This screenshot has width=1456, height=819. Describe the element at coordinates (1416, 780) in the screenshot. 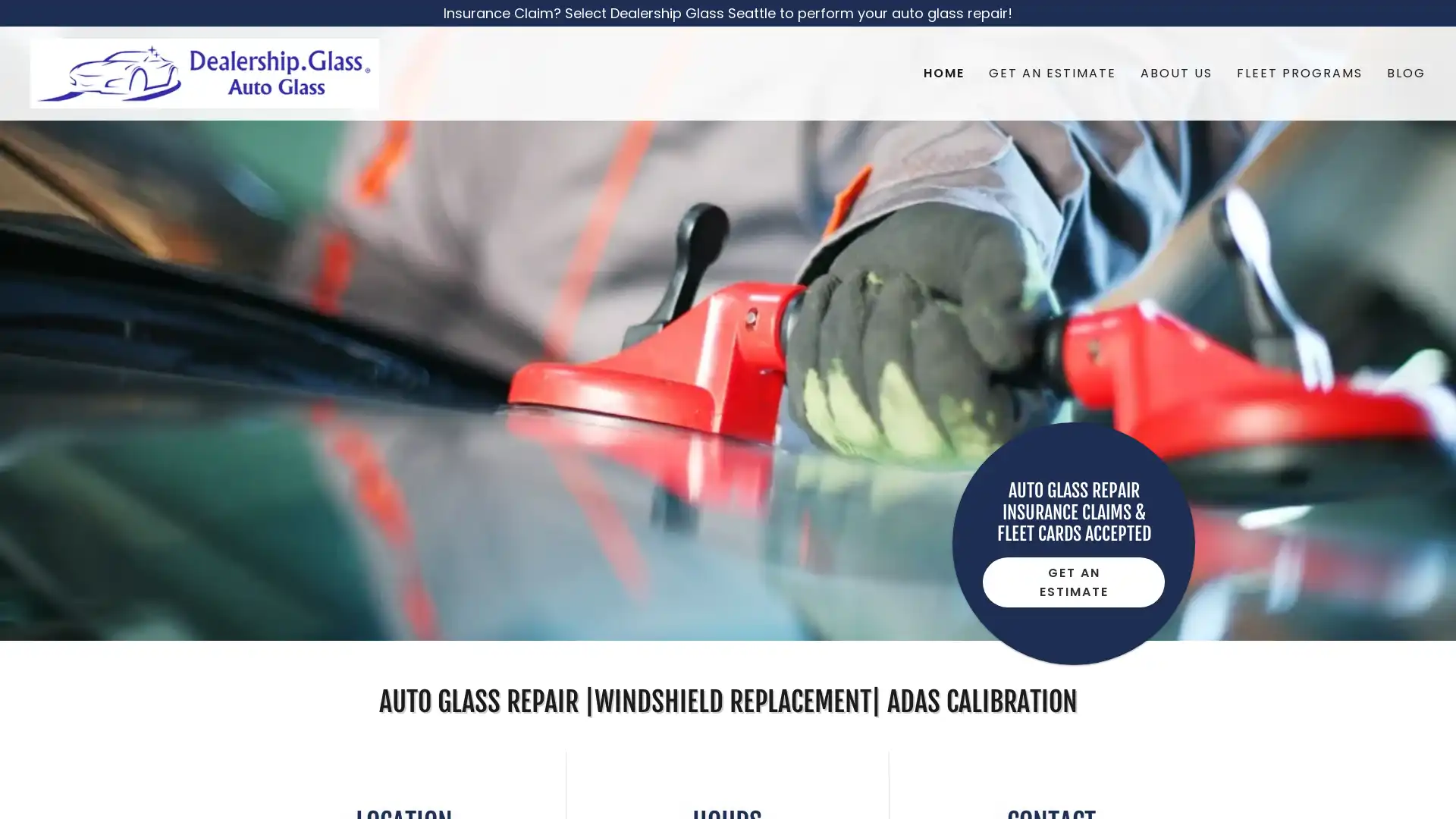

I see `Chat widget toggle` at that location.